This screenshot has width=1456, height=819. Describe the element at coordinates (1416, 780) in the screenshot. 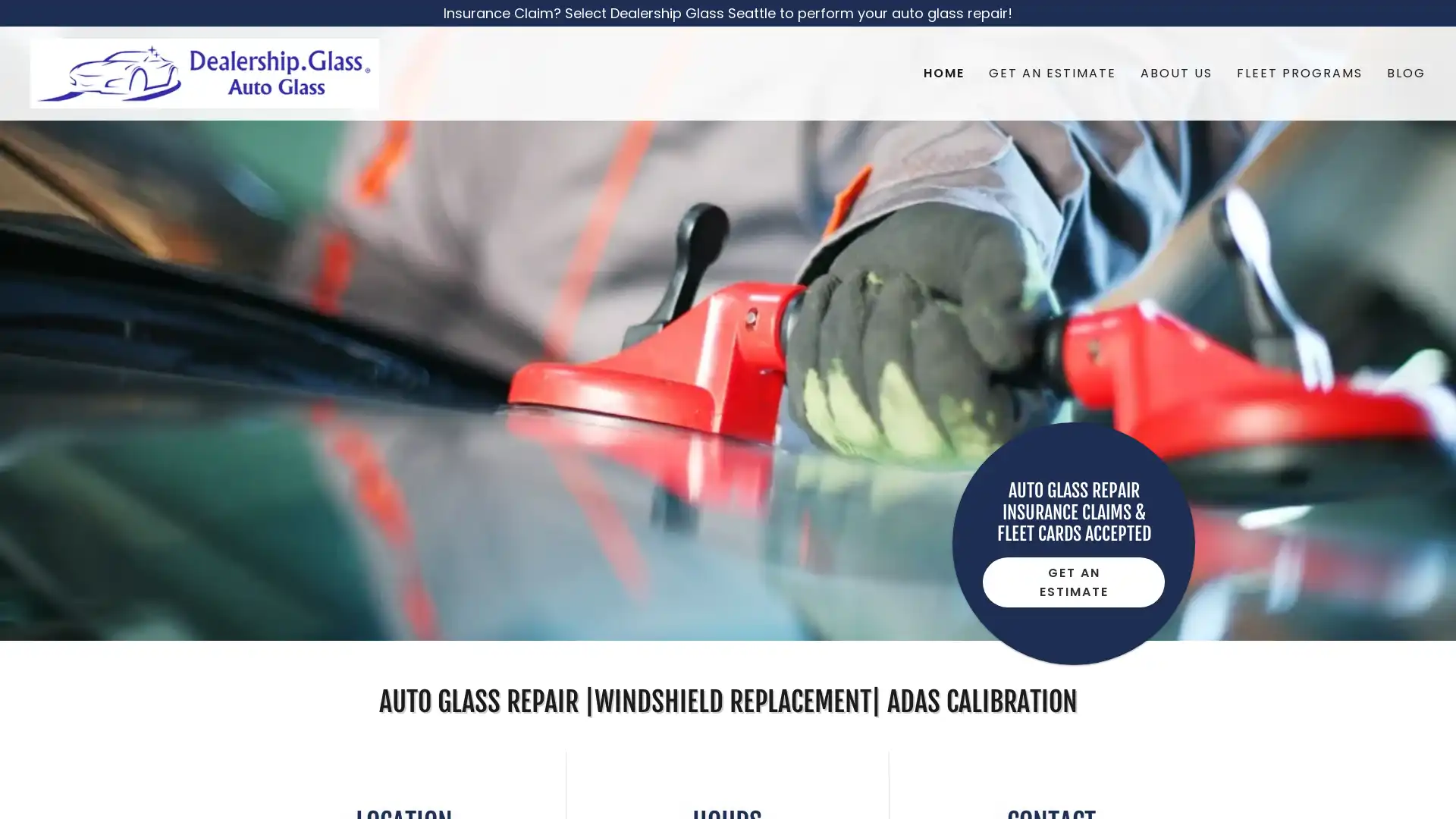

I see `Chat widget toggle` at that location.